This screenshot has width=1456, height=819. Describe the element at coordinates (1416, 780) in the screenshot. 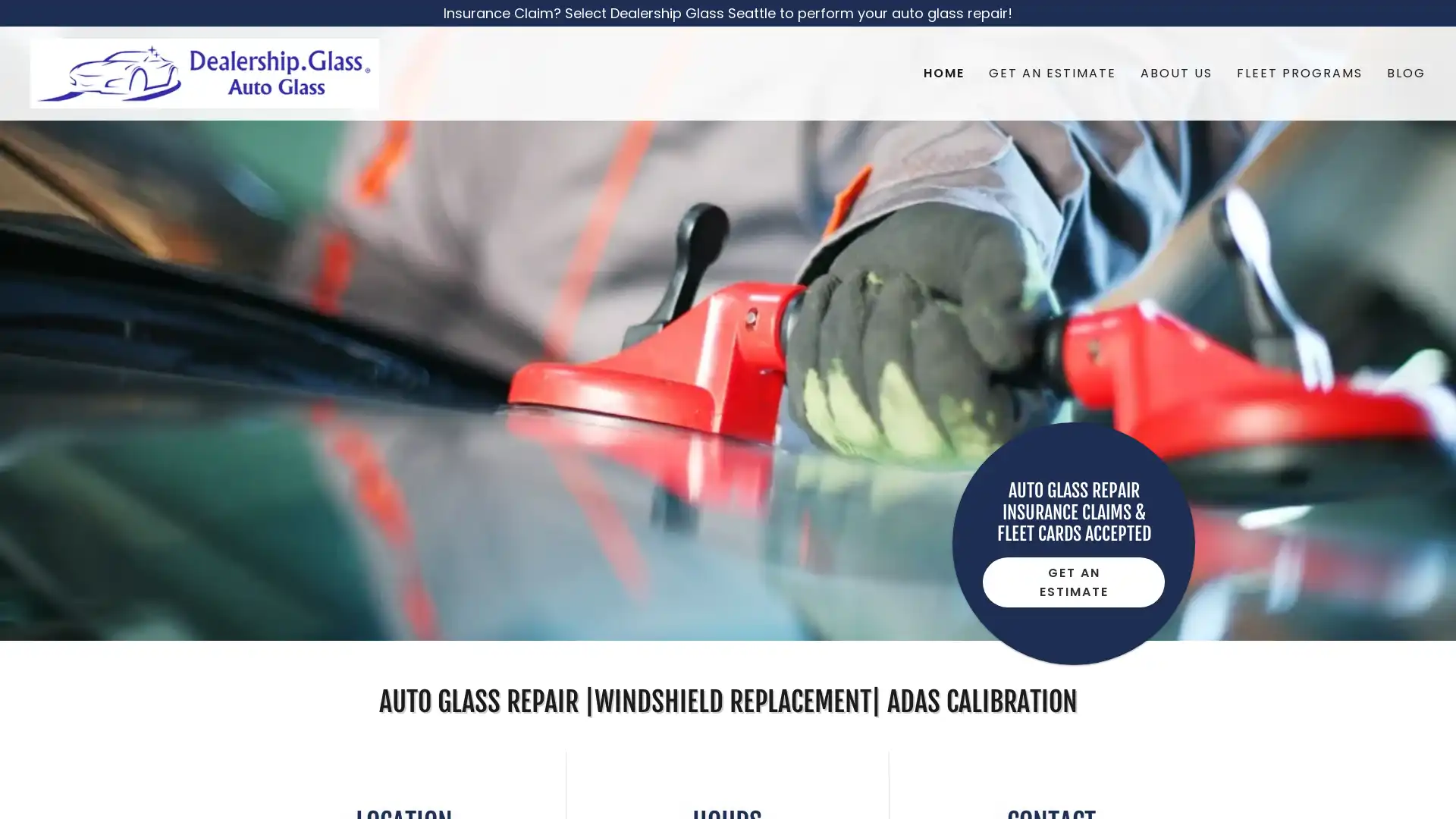

I see `Chat widget toggle` at that location.